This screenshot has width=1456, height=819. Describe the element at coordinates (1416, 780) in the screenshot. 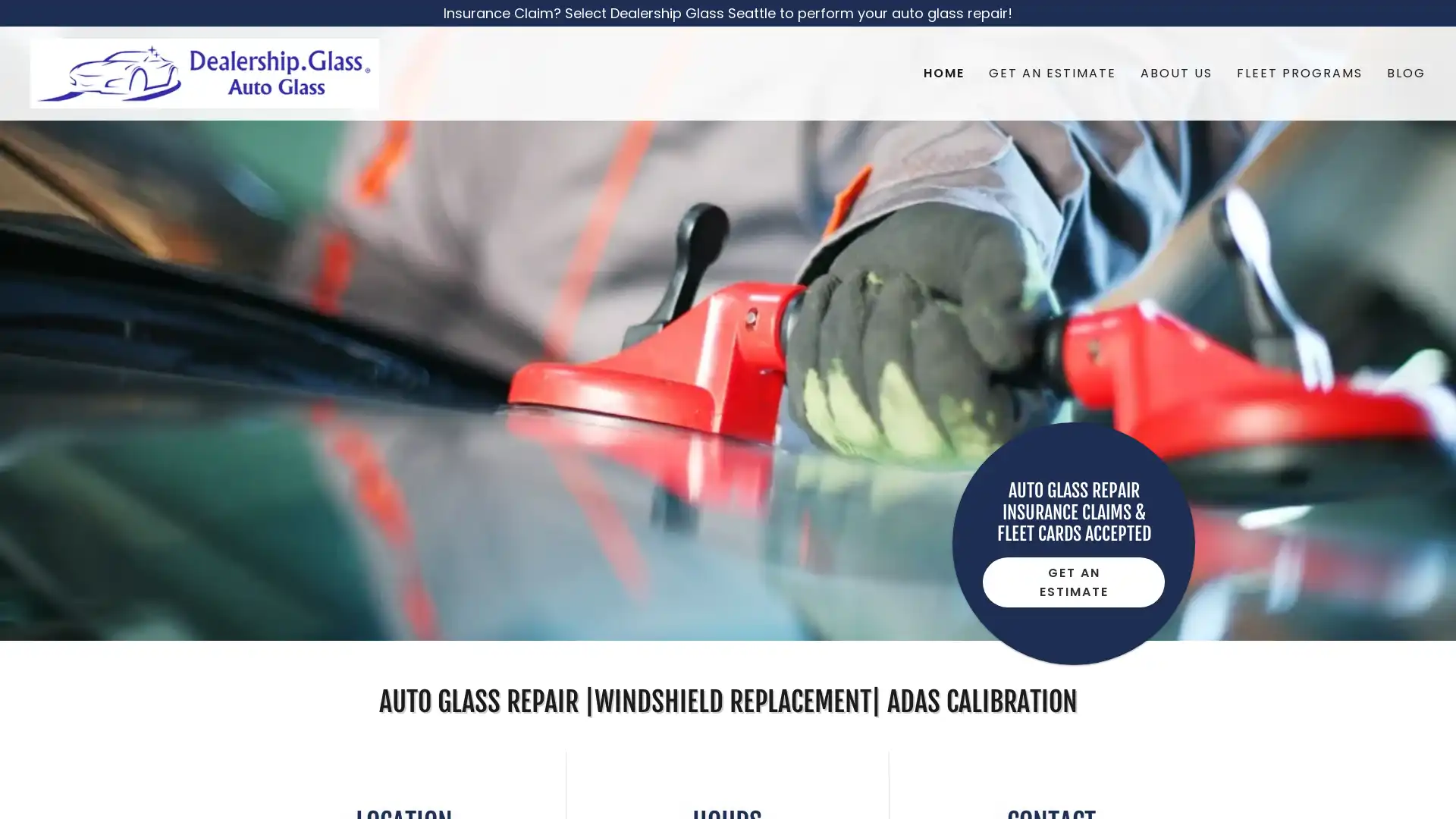

I see `Chat widget toggle` at that location.